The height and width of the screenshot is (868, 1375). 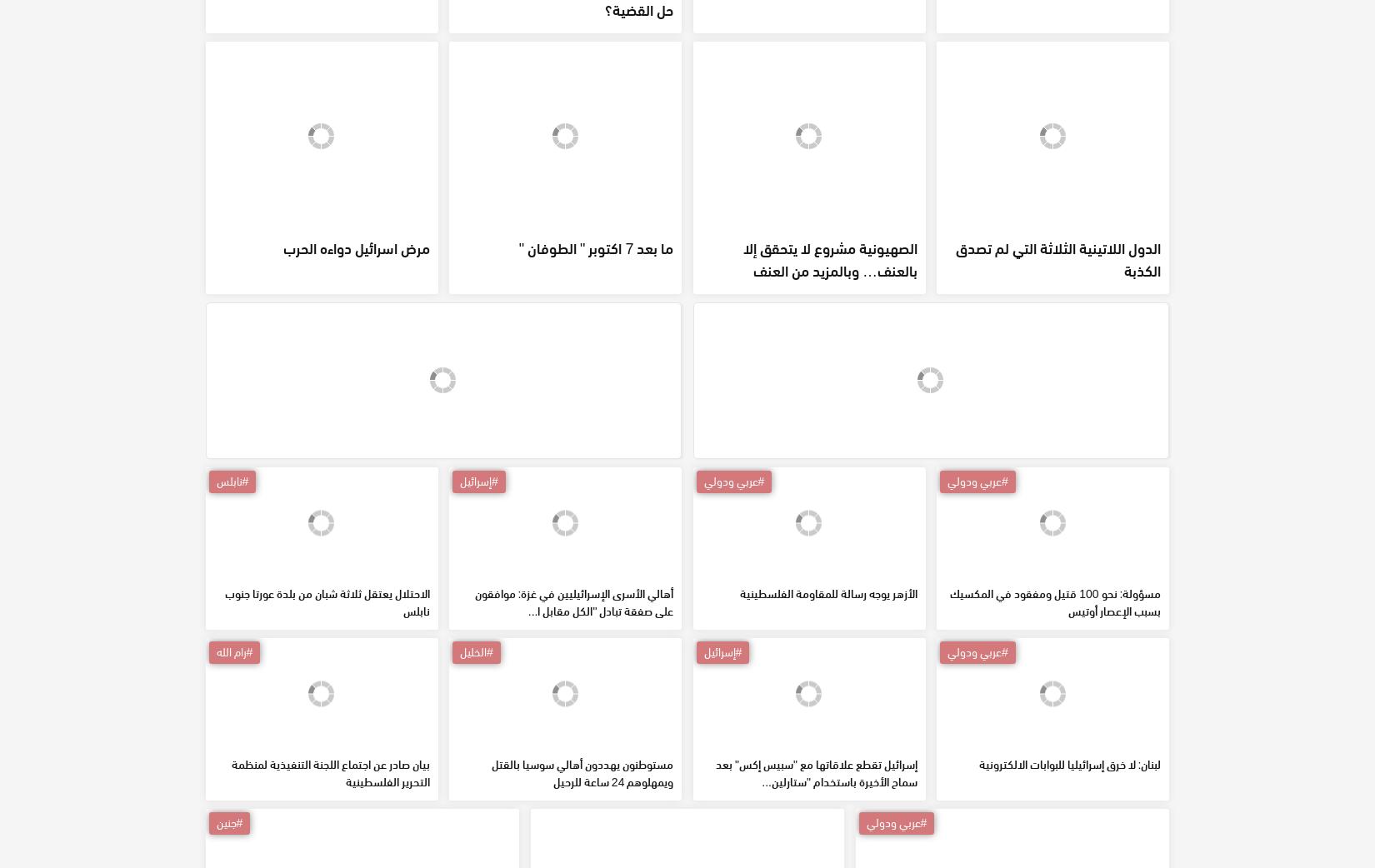 I want to click on 'هل وصل هنية إلى طهران؟...اين هو حل القضية؟', so click(x=472, y=118).